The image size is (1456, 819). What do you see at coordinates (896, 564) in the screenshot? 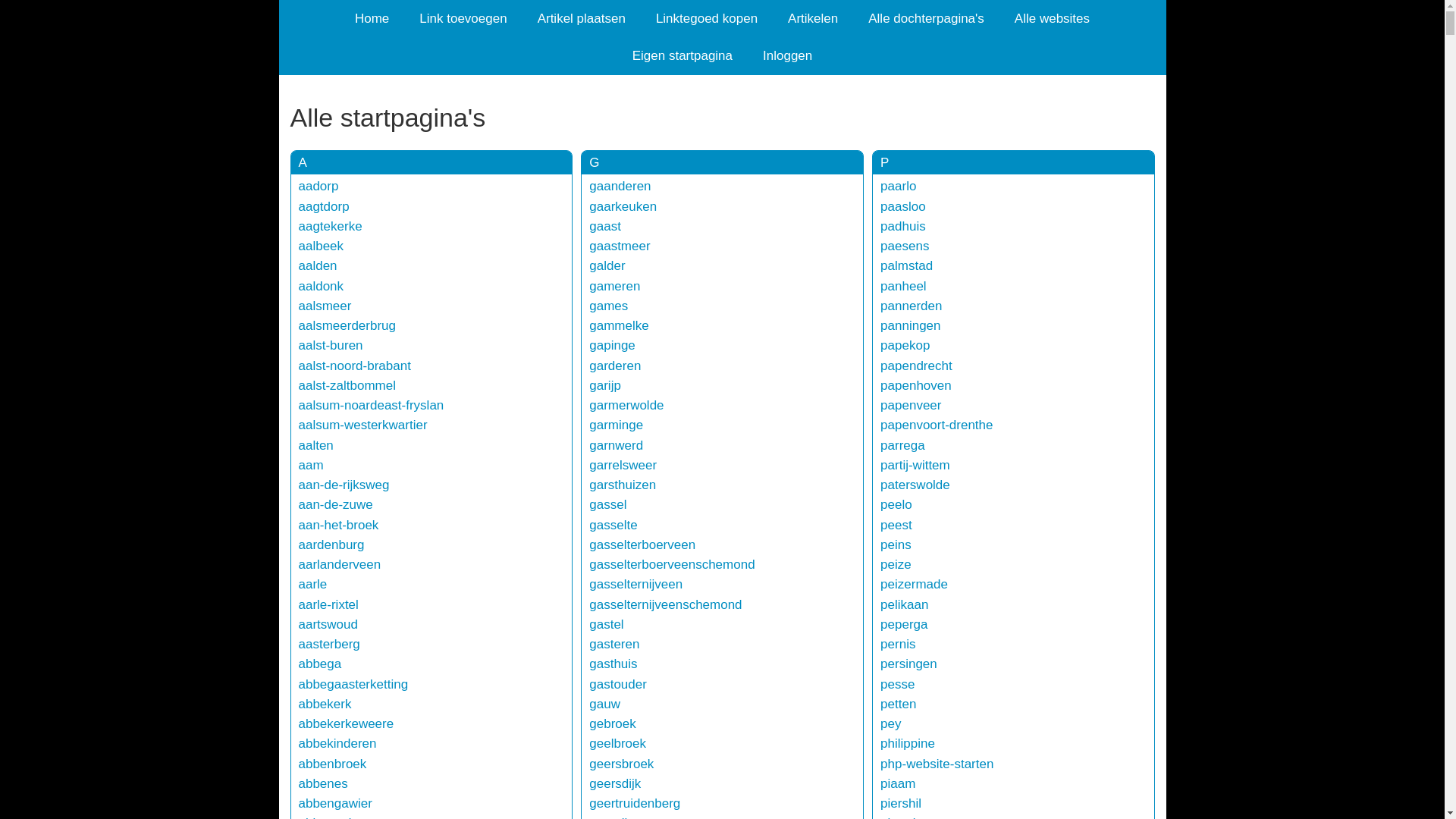
I see `'peize'` at bounding box center [896, 564].